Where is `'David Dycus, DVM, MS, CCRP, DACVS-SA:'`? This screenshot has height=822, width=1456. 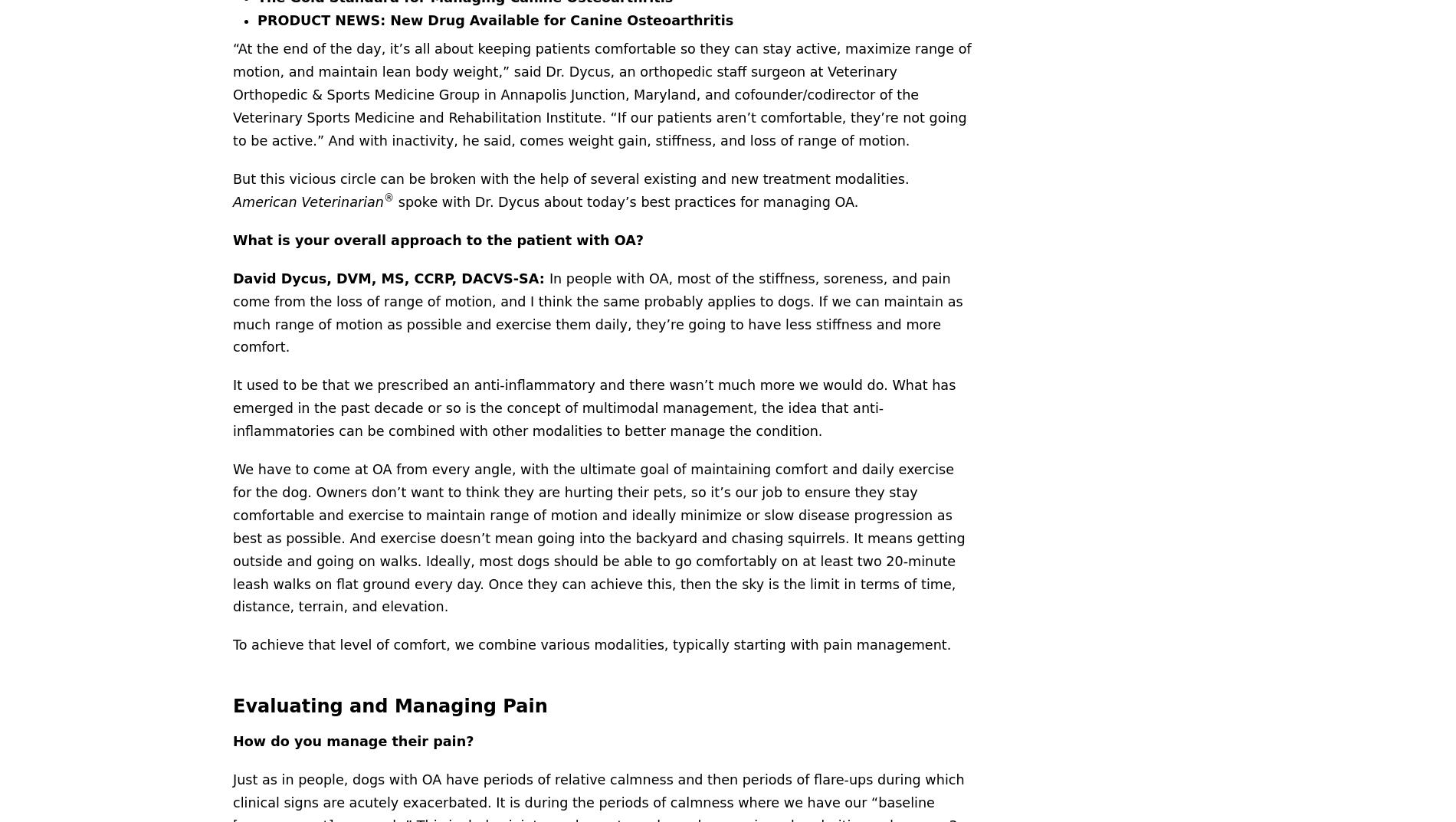
'David Dycus, DVM, MS, CCRP, DACVS-SA:' is located at coordinates (390, 277).